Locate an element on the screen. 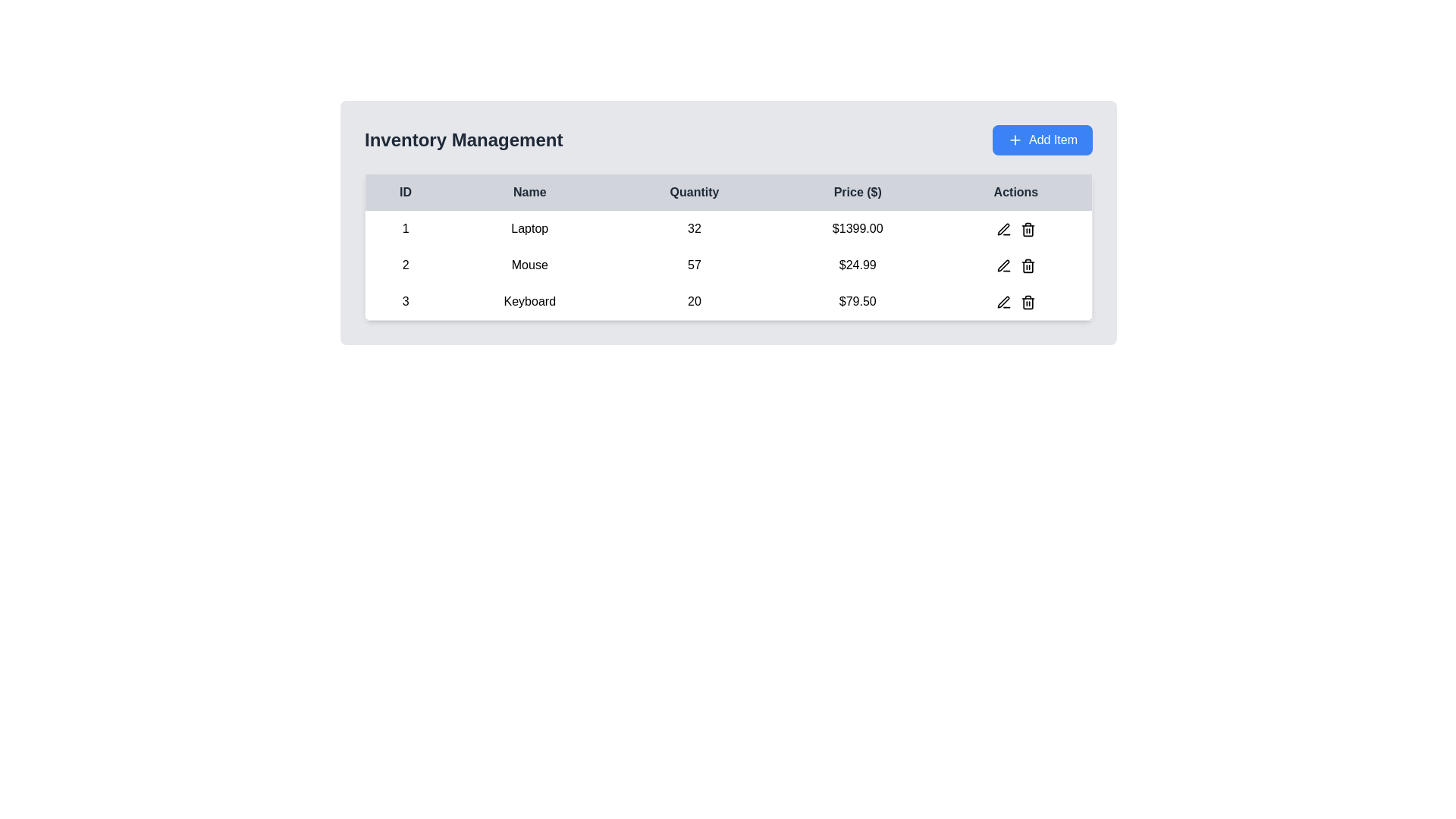 Image resolution: width=1456 pixels, height=819 pixels. the Table Header Cell labeled 'ID', which is styled in bold with a dark color and has a light gray background, located in the first column of the table's header row is located at coordinates (405, 191).